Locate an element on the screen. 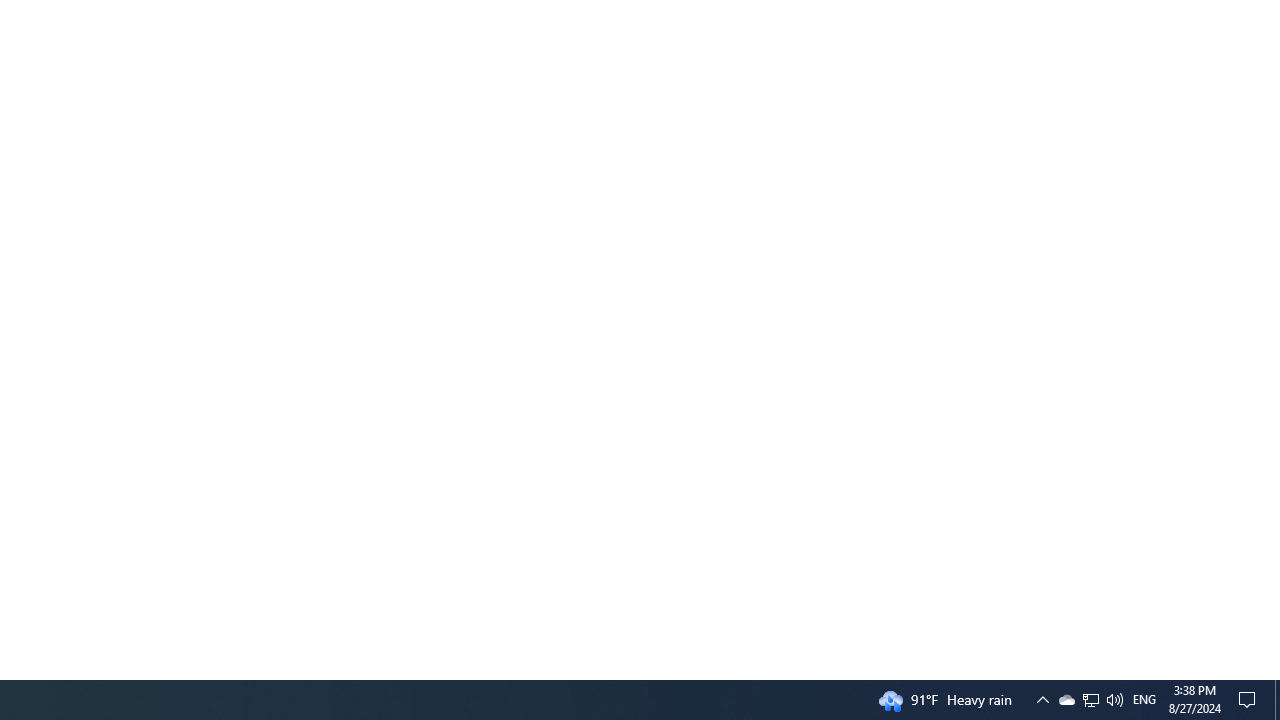 The width and height of the screenshot is (1280, 720). 'Tray Input Indicator - English (United States)' is located at coordinates (1144, 698).